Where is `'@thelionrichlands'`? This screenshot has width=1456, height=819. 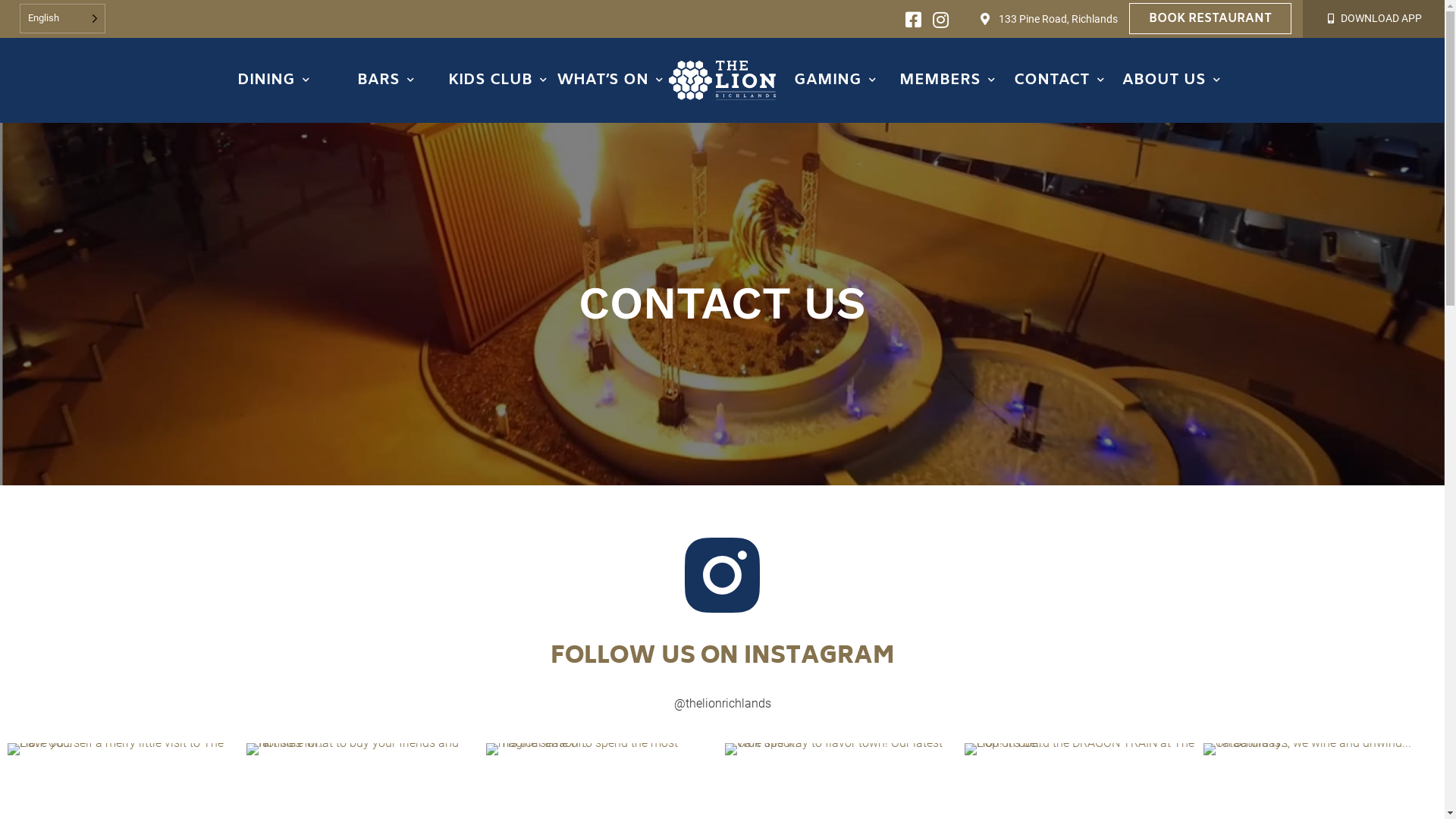
'@thelionrichlands' is located at coordinates (720, 703).